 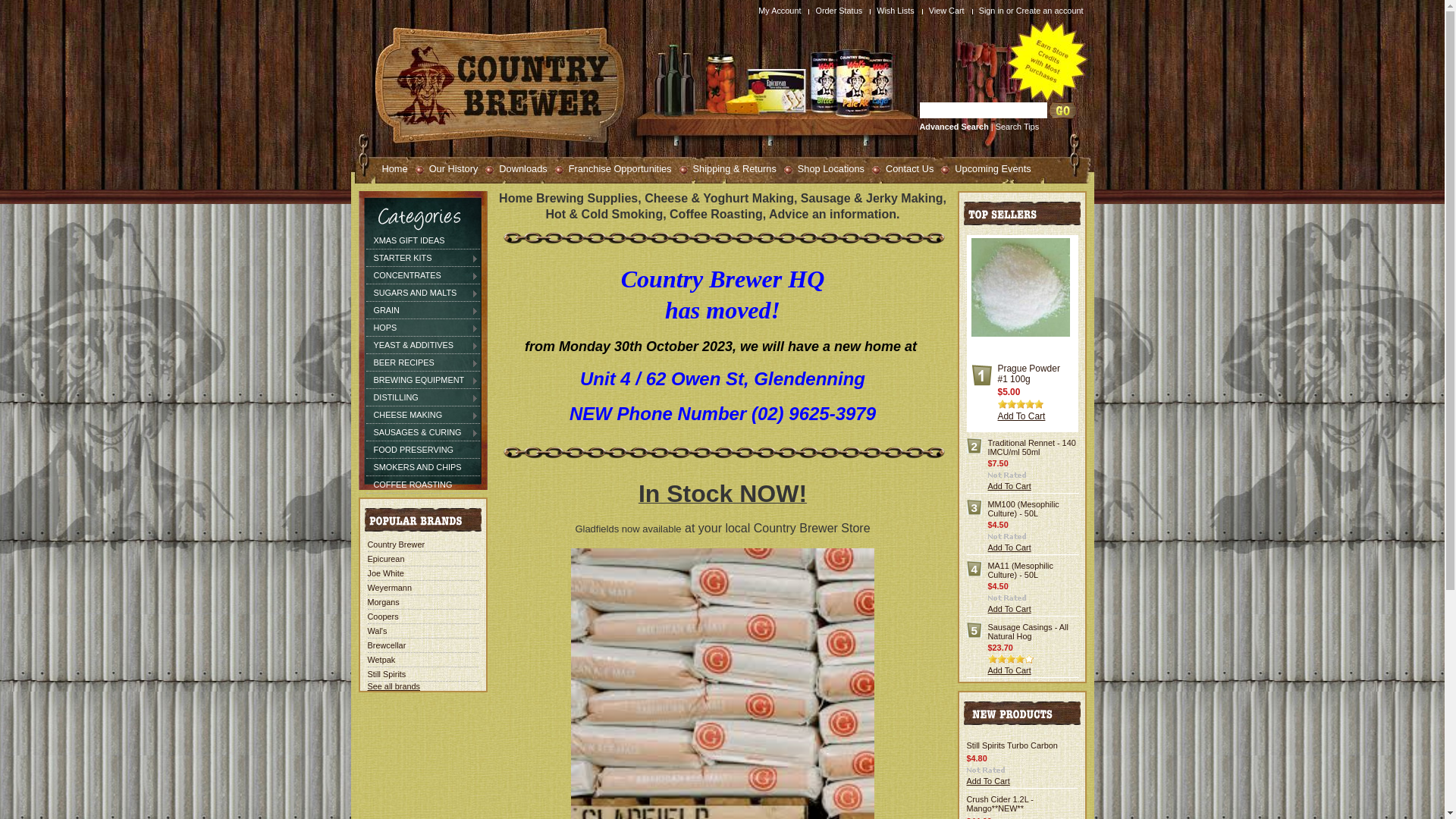 What do you see at coordinates (381, 659) in the screenshot?
I see `'Wetpak'` at bounding box center [381, 659].